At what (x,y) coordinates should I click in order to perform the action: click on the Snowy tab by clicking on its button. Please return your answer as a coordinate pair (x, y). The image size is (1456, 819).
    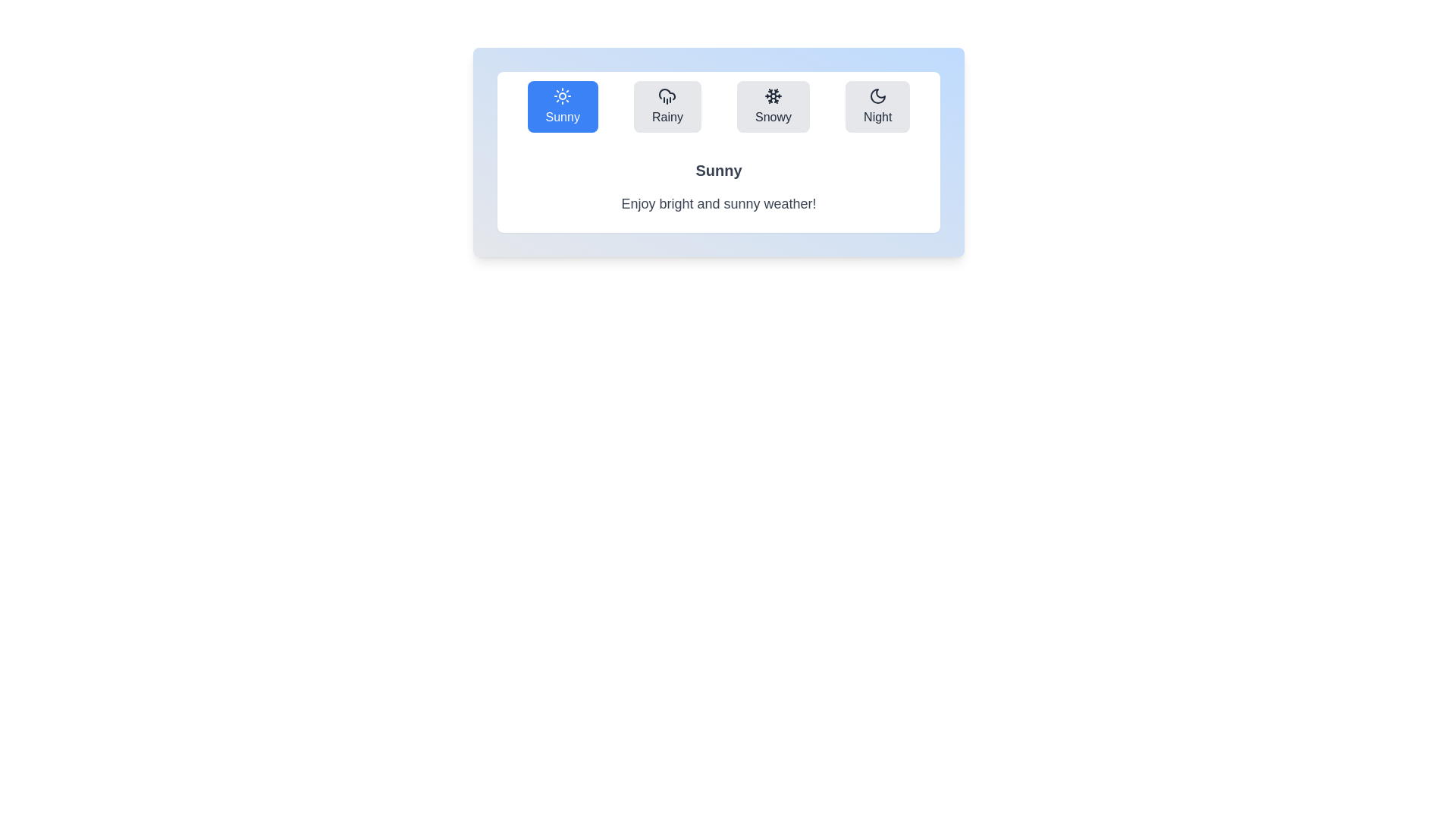
    Looking at the image, I should click on (773, 106).